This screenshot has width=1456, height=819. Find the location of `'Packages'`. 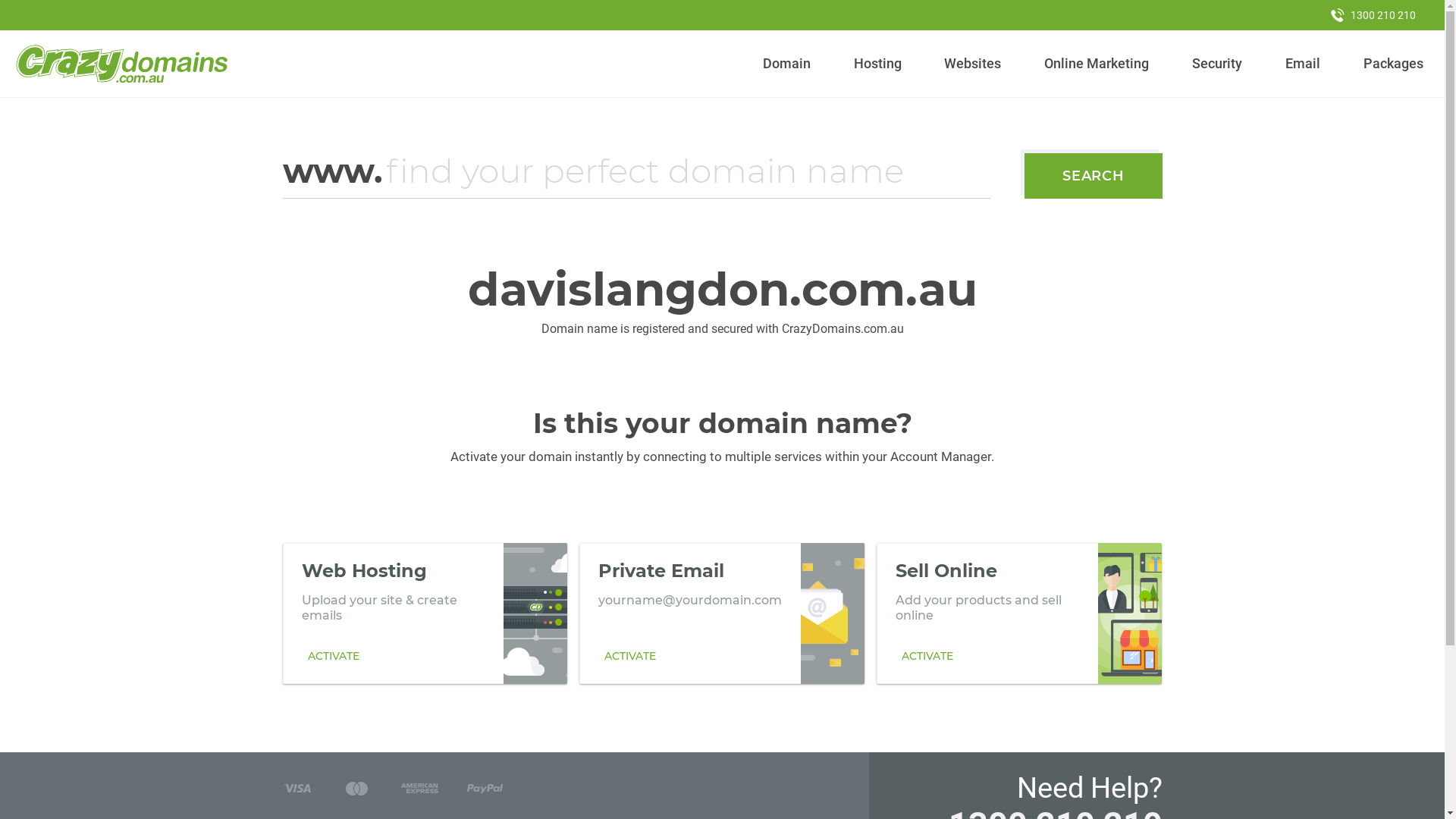

'Packages' is located at coordinates (1357, 63).